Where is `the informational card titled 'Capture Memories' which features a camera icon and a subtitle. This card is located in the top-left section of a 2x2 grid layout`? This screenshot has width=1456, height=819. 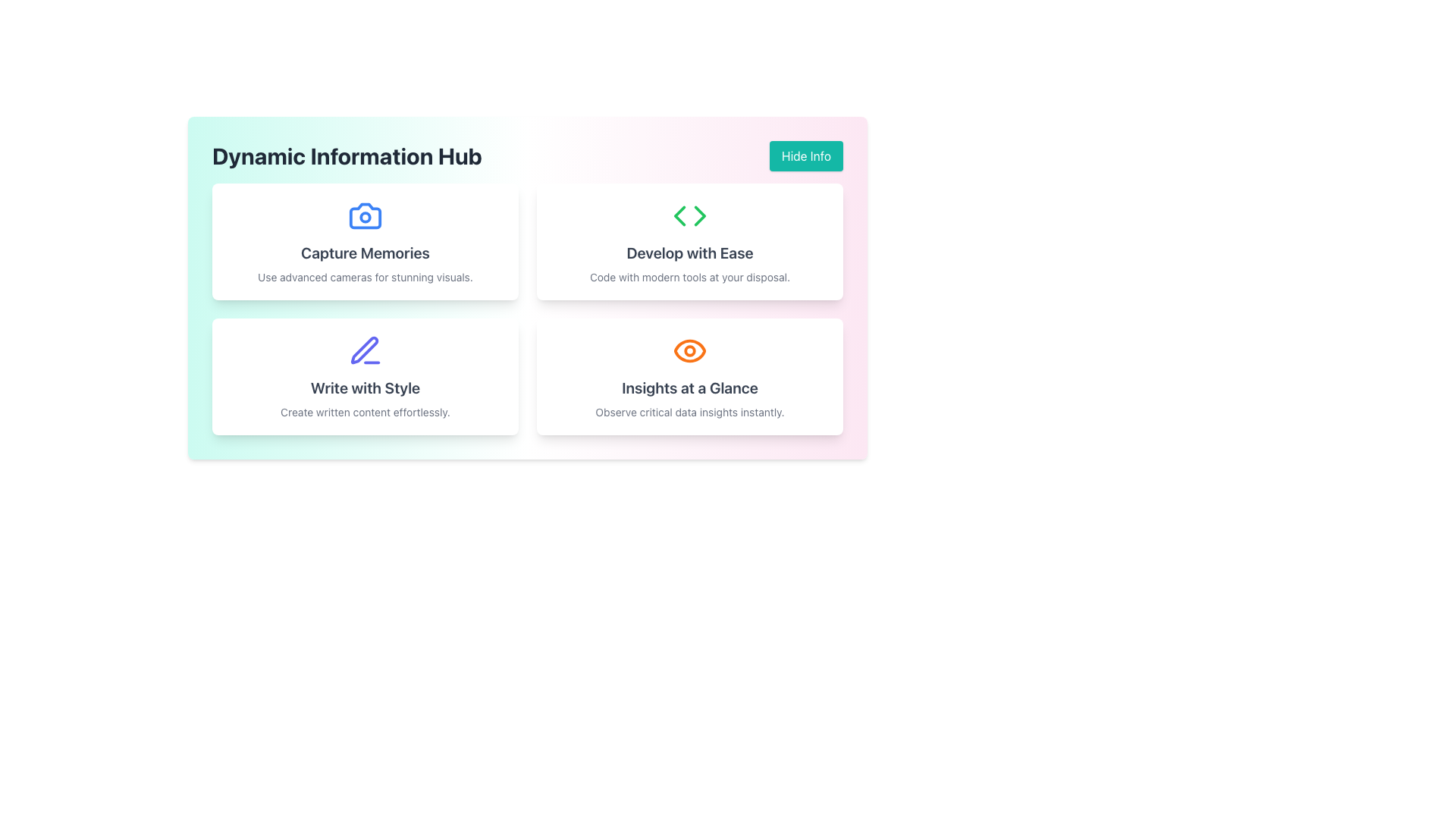
the informational card titled 'Capture Memories' which features a camera icon and a subtitle. This card is located in the top-left section of a 2x2 grid layout is located at coordinates (365, 241).